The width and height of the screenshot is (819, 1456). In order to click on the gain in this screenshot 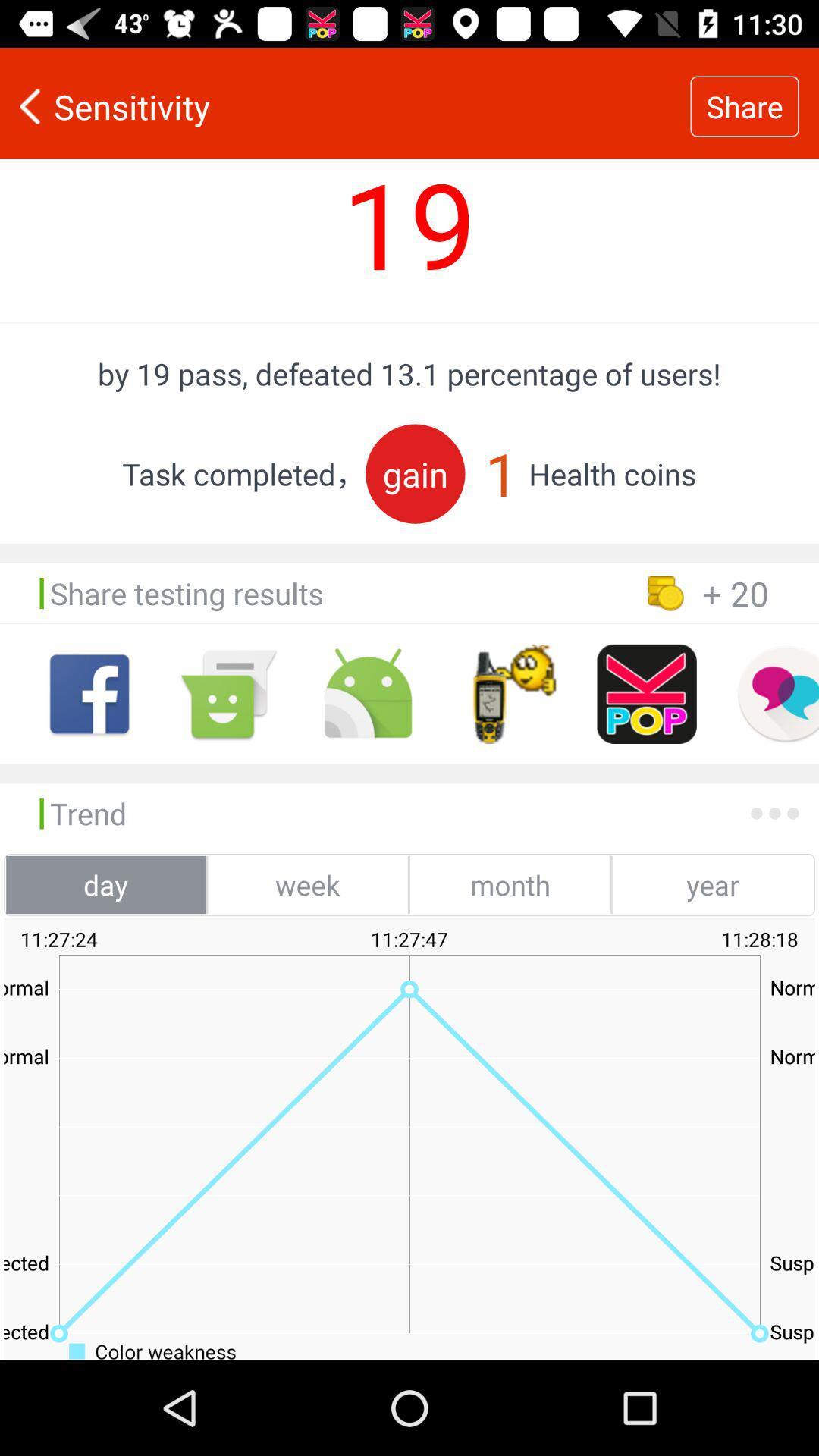, I will do `click(415, 473)`.